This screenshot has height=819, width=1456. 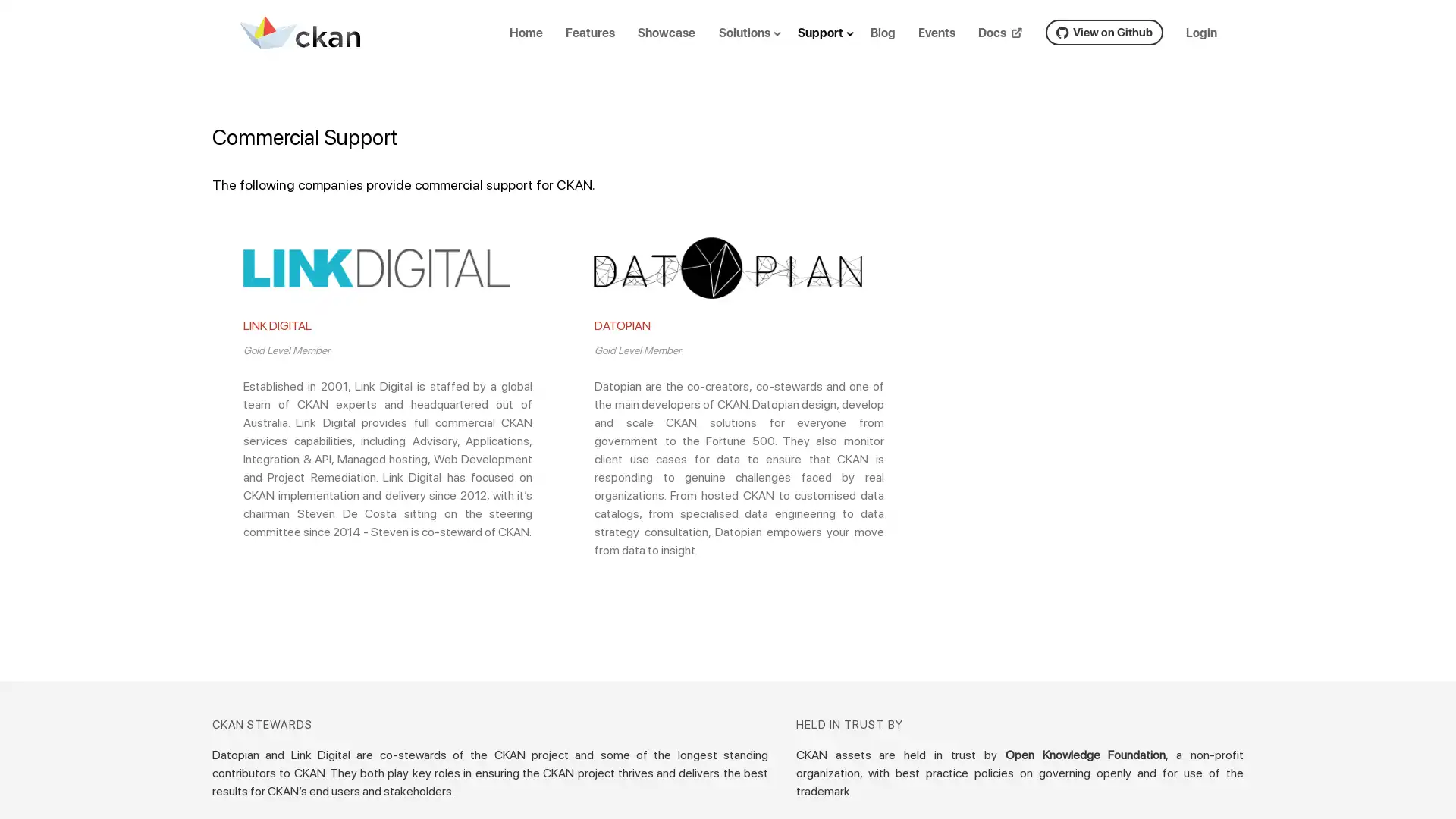 What do you see at coordinates (837, 44) in the screenshot?
I see `Support` at bounding box center [837, 44].